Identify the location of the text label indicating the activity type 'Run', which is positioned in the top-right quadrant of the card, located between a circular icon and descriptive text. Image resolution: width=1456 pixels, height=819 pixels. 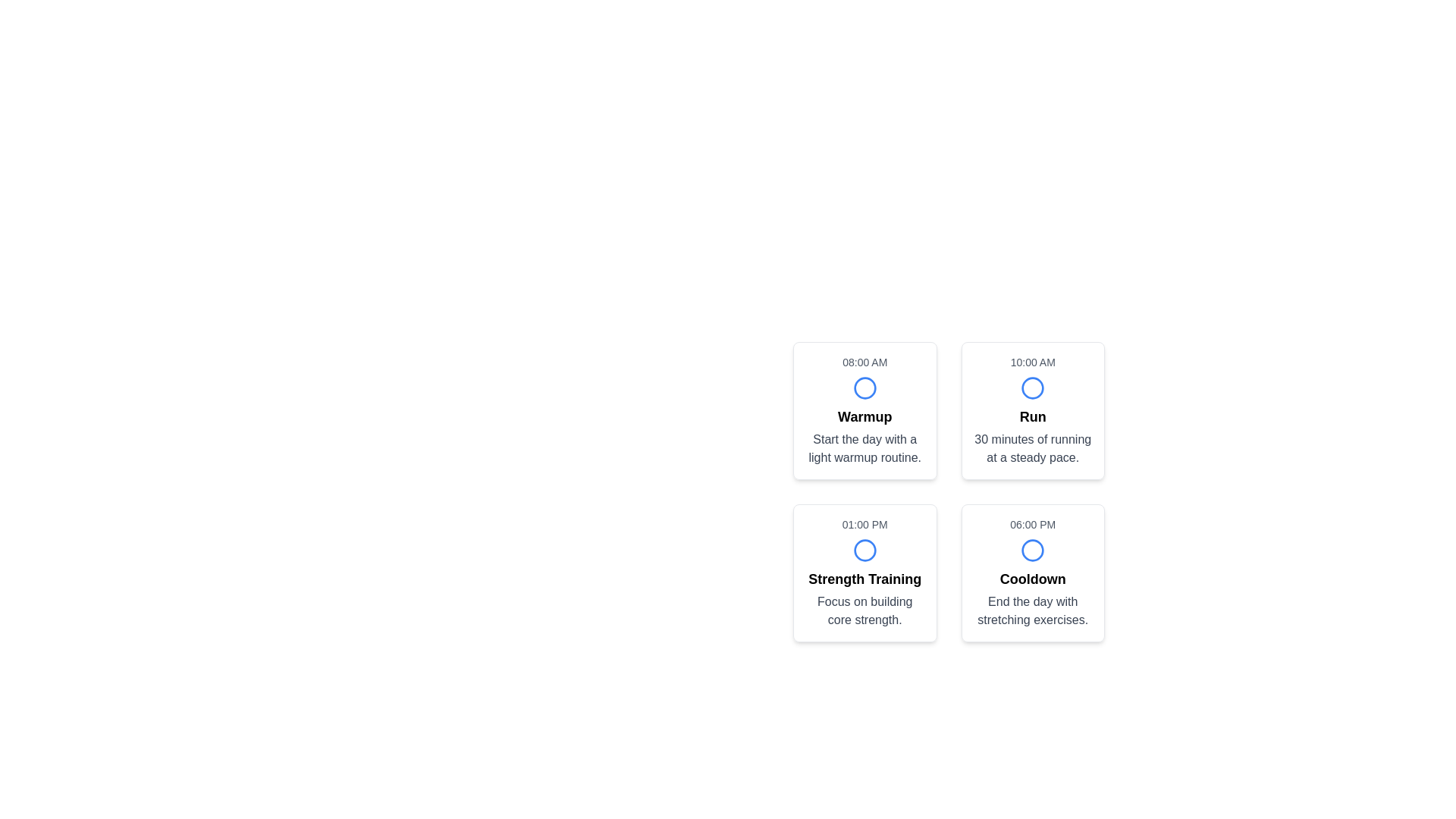
(1032, 417).